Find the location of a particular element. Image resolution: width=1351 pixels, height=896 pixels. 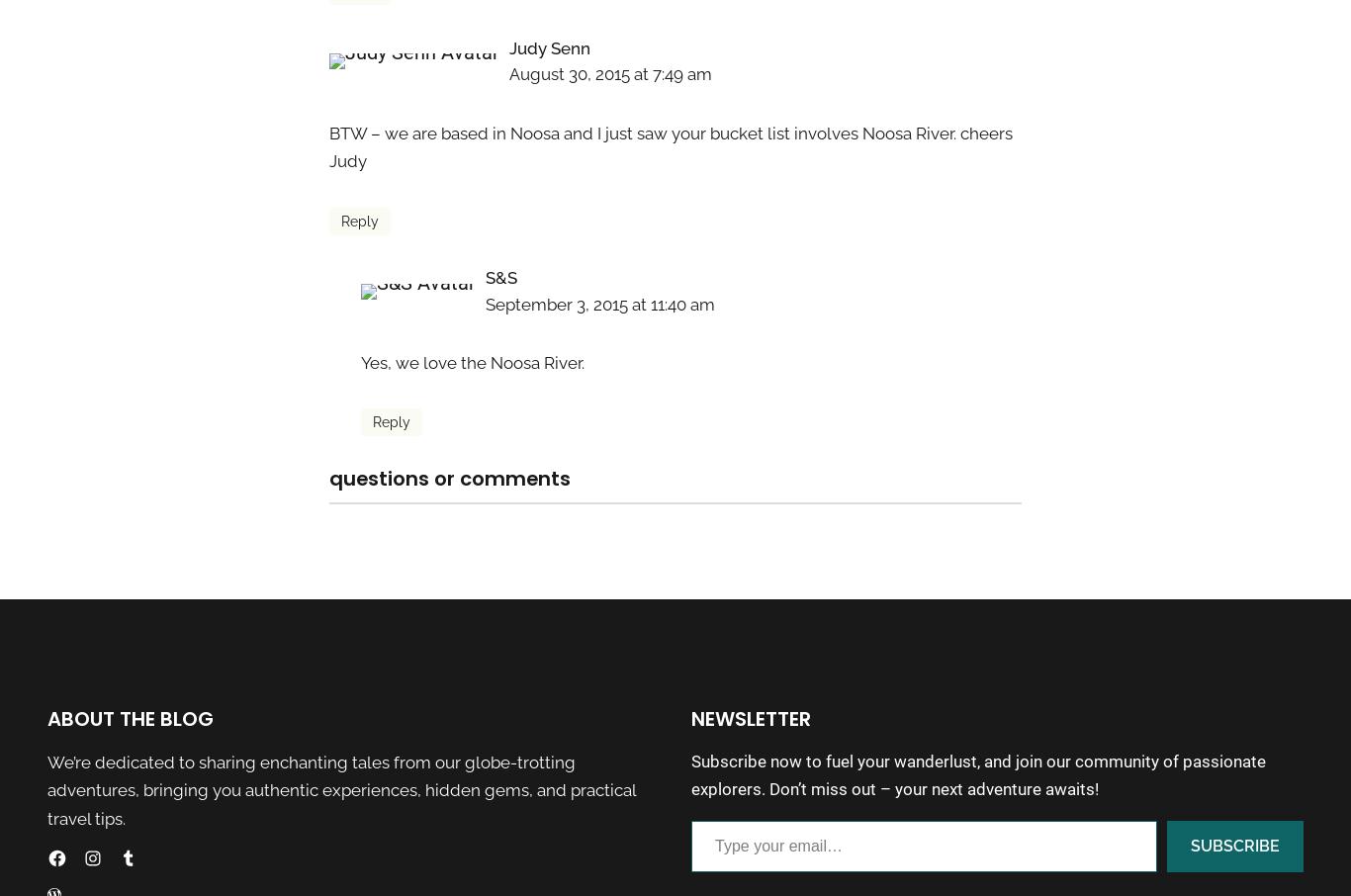

'BTW – we are based in Noosa and I just saw your bucket list involves Noosa River.  cheers  Judy' is located at coordinates (670, 146).